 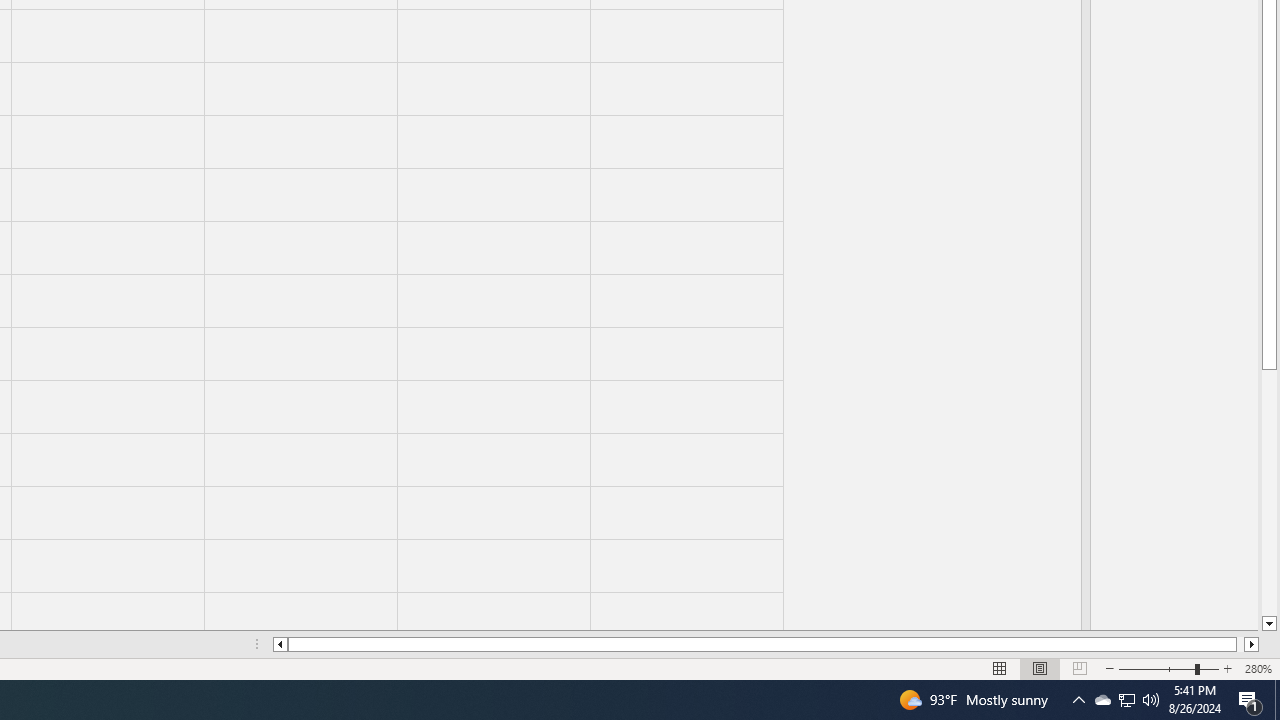 What do you see at coordinates (1157, 669) in the screenshot?
I see `'Zoom Out'` at bounding box center [1157, 669].